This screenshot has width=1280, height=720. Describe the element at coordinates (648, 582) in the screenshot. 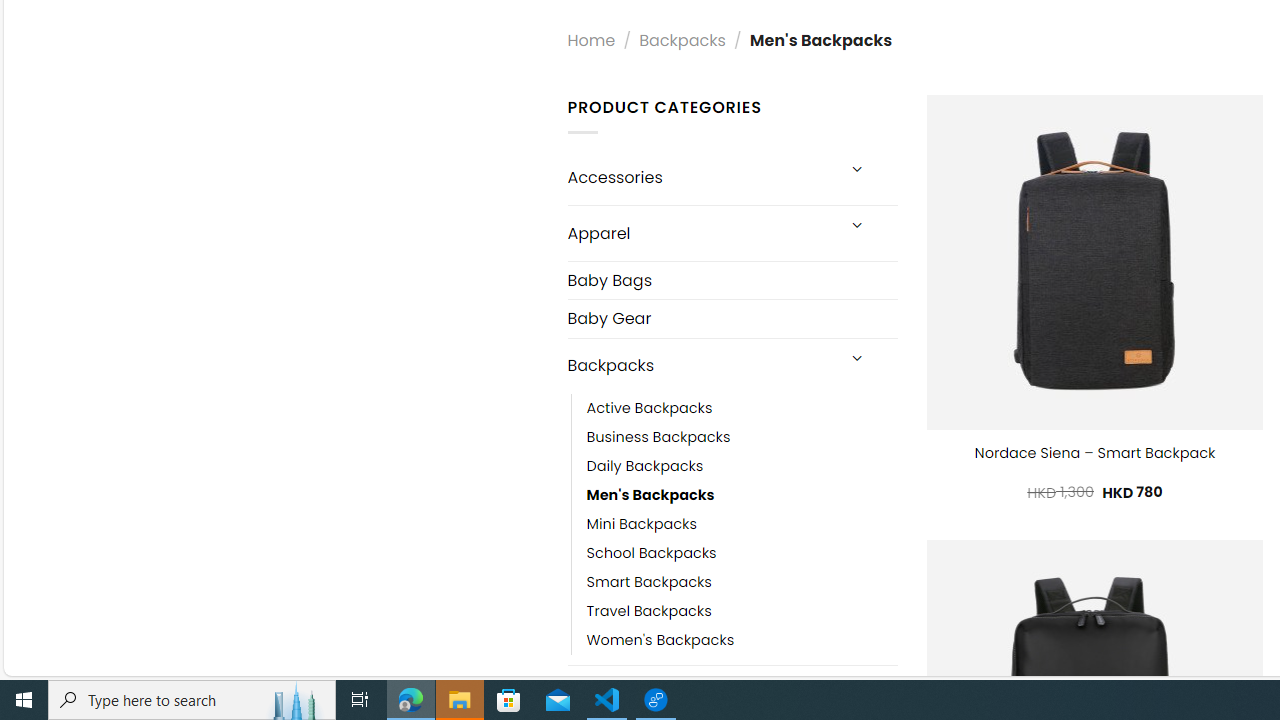

I see `'Smart Backpacks'` at that location.